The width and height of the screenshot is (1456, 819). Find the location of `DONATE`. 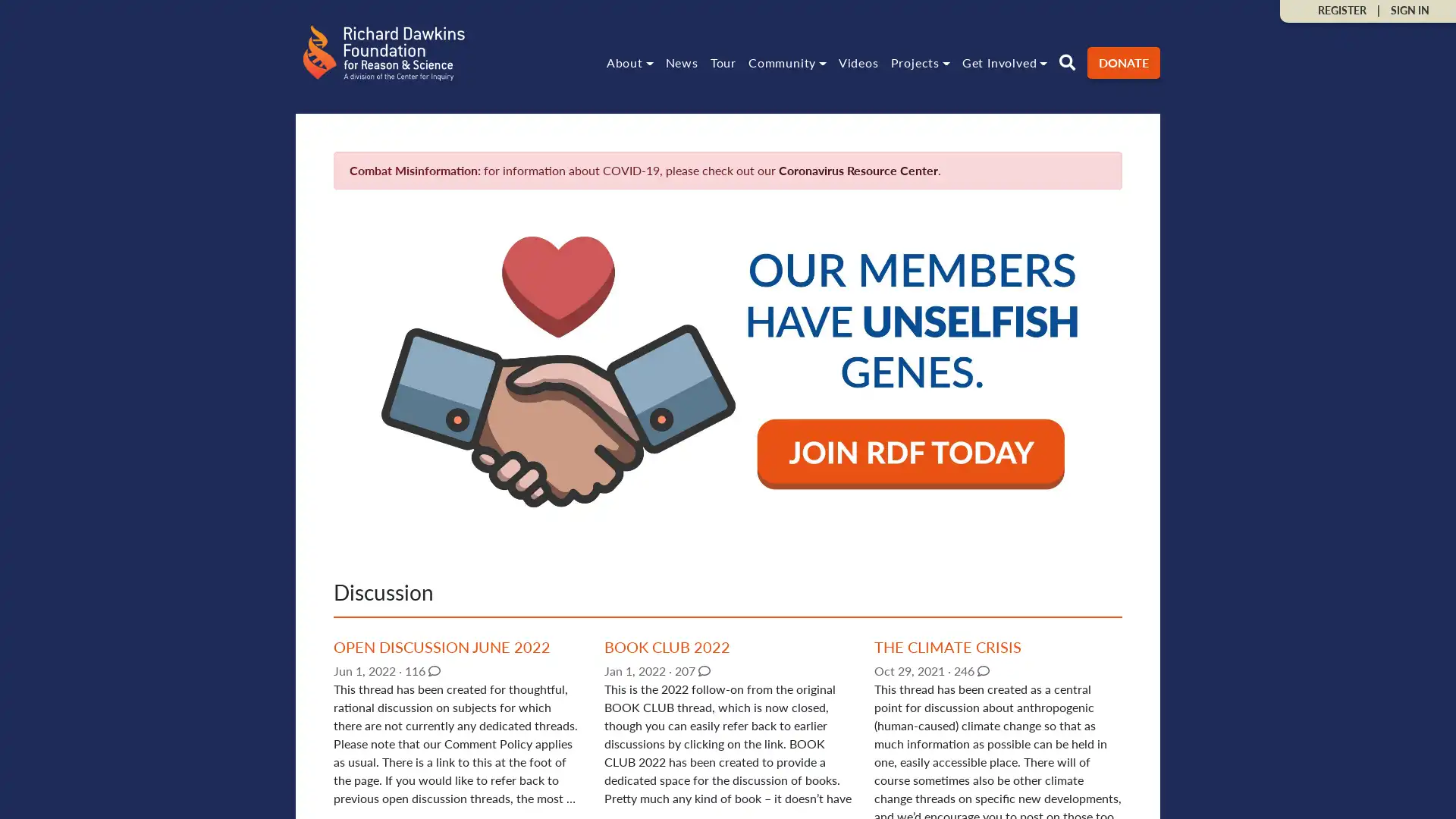

DONATE is located at coordinates (1124, 61).